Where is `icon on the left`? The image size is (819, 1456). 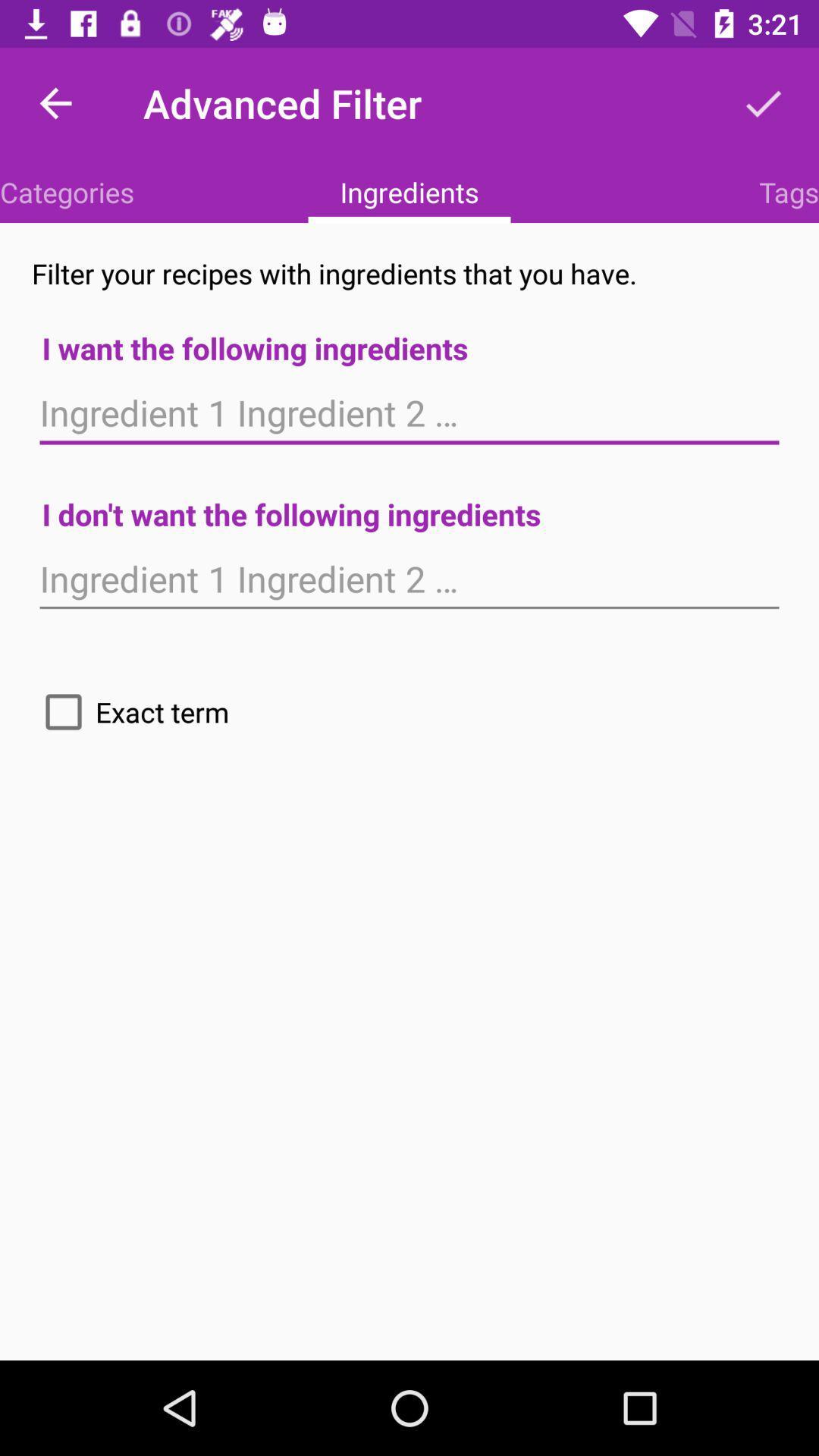 icon on the left is located at coordinates (130, 711).